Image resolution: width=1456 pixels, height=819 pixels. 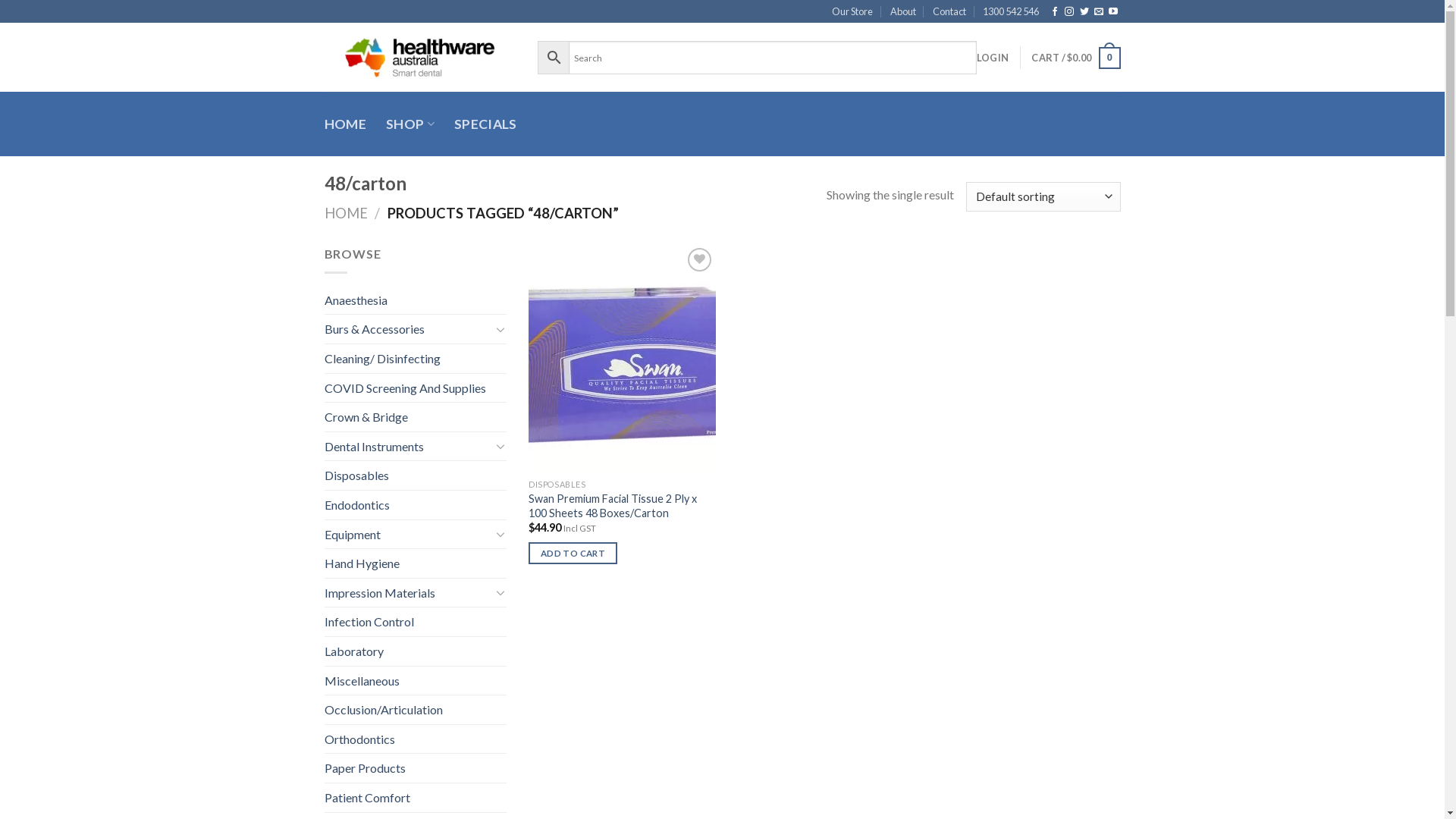 What do you see at coordinates (415, 710) in the screenshot?
I see `'Occlusion/Articulation'` at bounding box center [415, 710].